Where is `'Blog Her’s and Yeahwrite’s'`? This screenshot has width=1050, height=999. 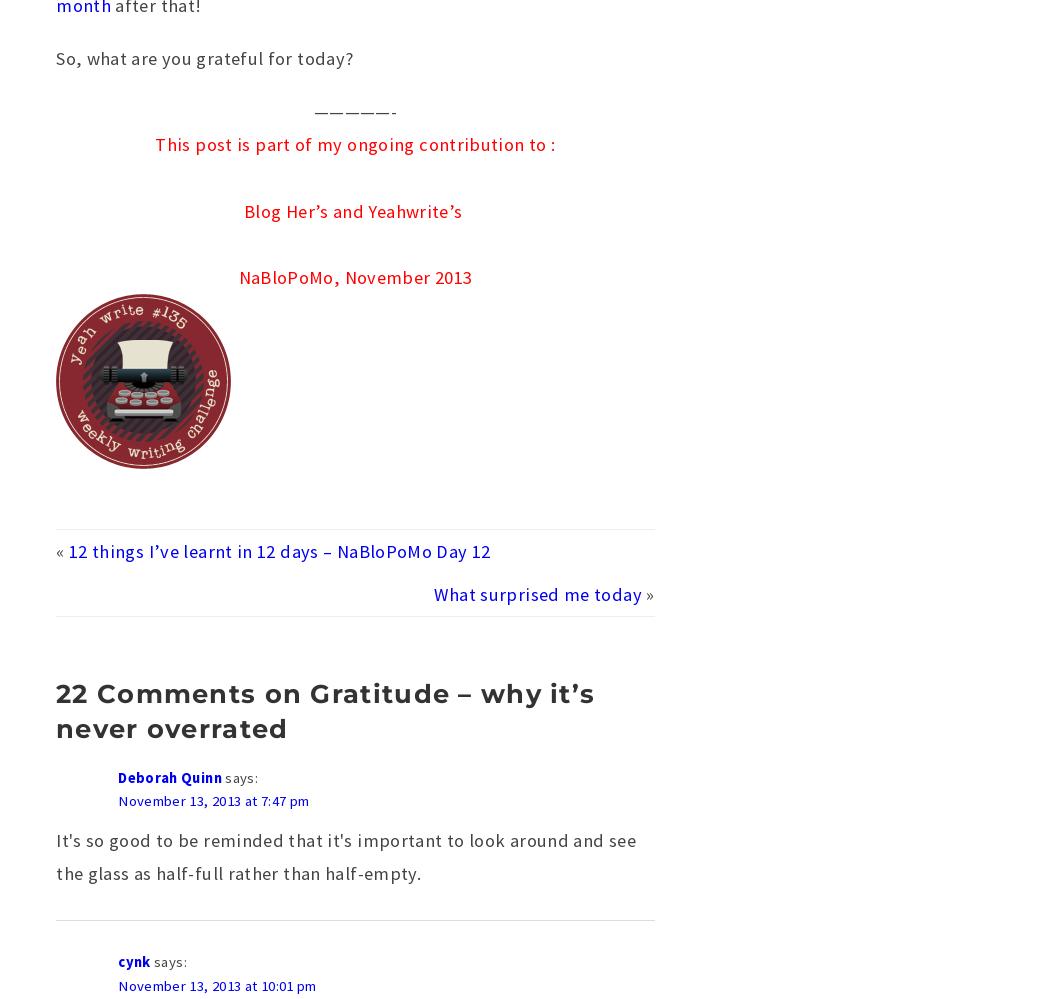 'Blog Her’s and Yeahwrite’s' is located at coordinates (353, 209).